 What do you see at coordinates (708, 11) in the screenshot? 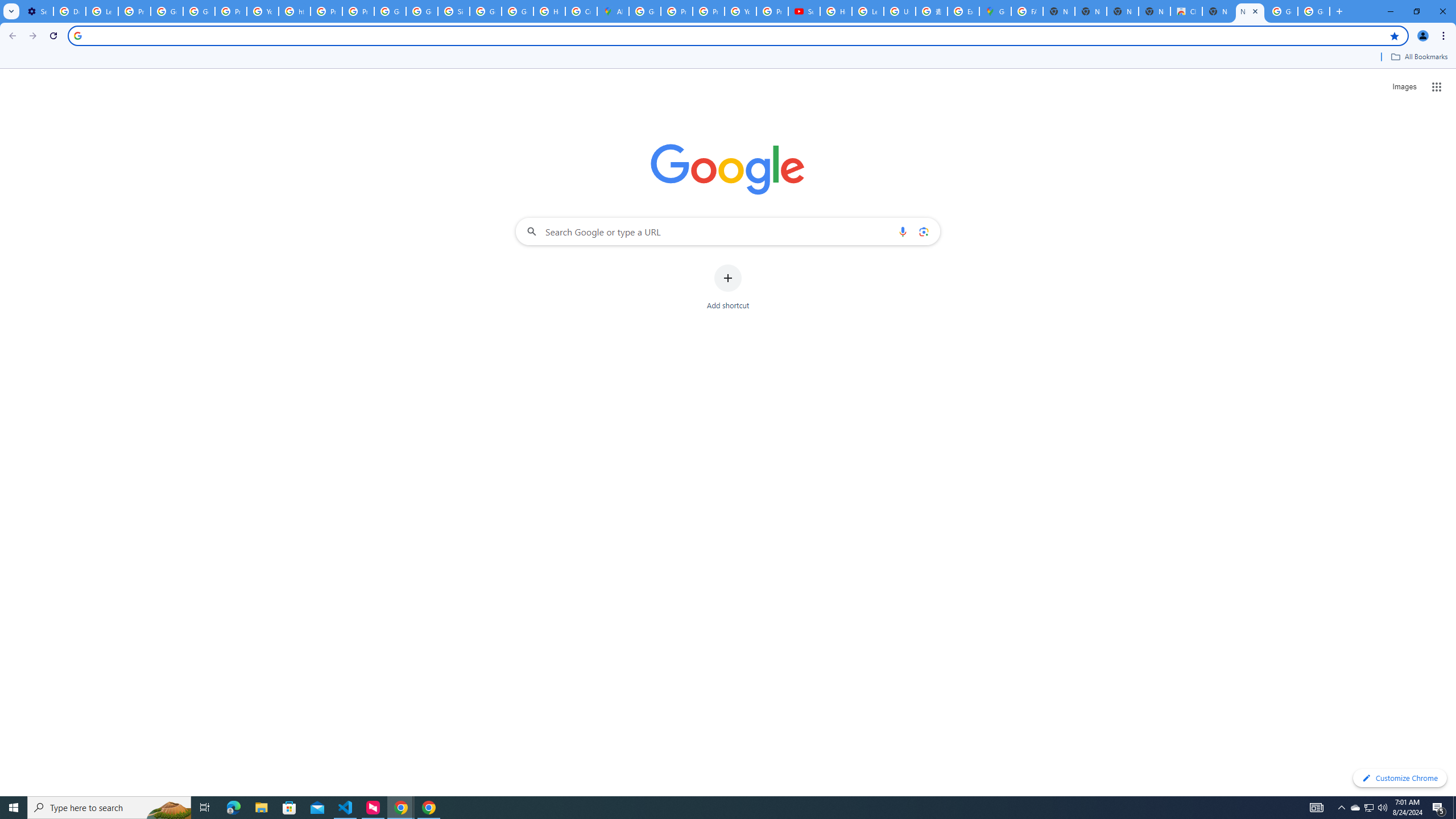
I see `'Privacy Help Center - Policies Help'` at bounding box center [708, 11].